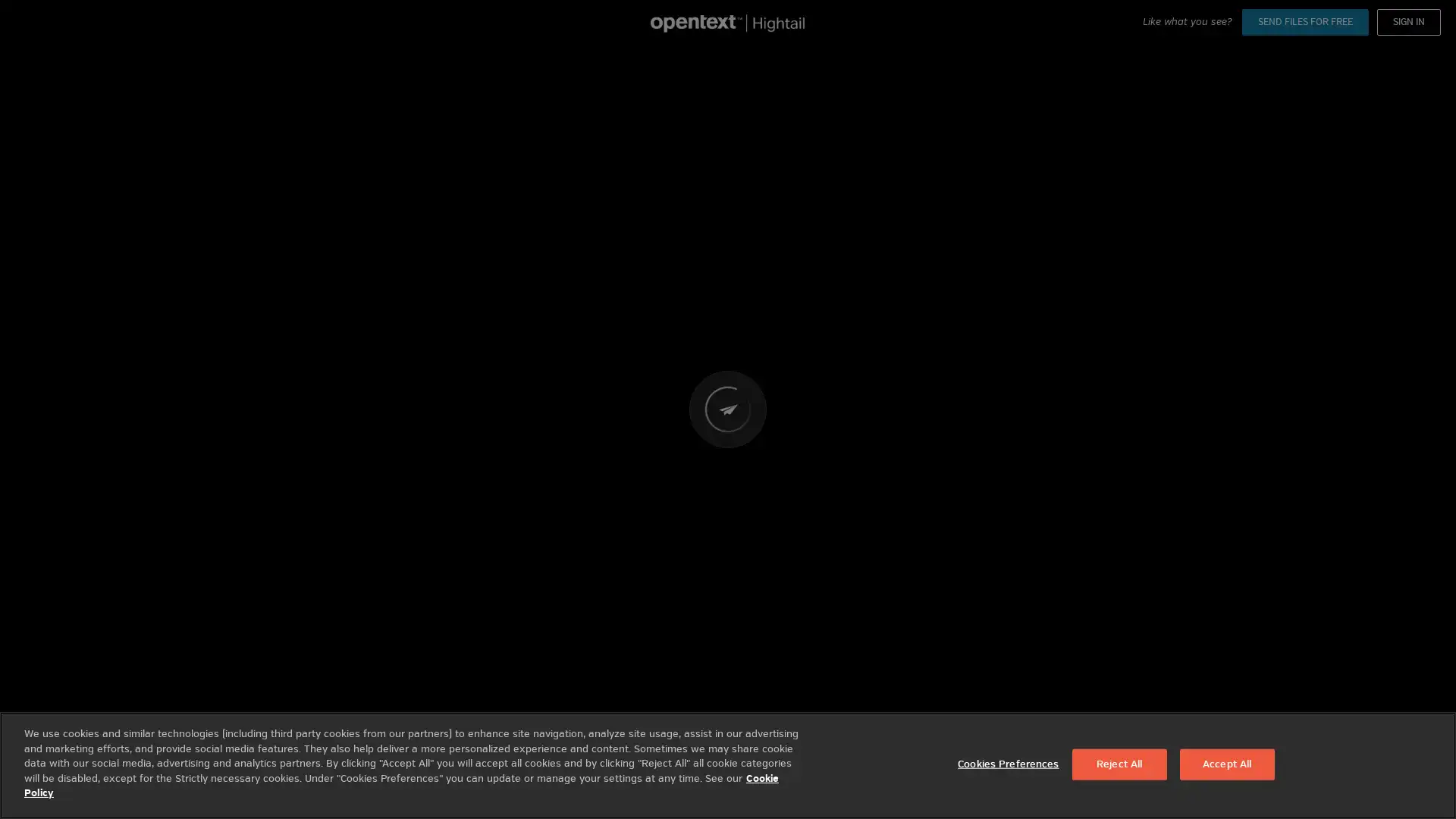 The width and height of the screenshot is (1456, 819). Describe the element at coordinates (1226, 764) in the screenshot. I see `Accept All` at that location.